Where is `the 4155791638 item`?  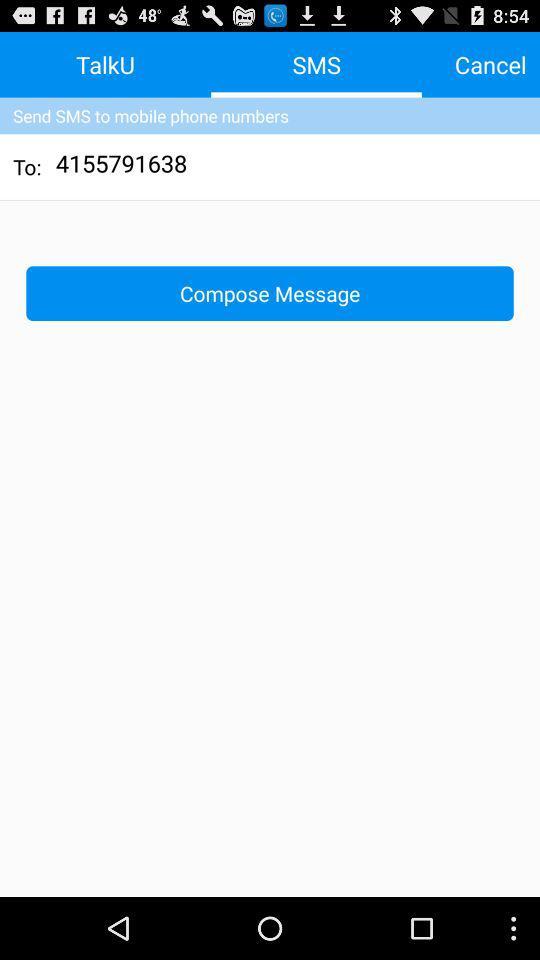 the 4155791638 item is located at coordinates (122, 165).